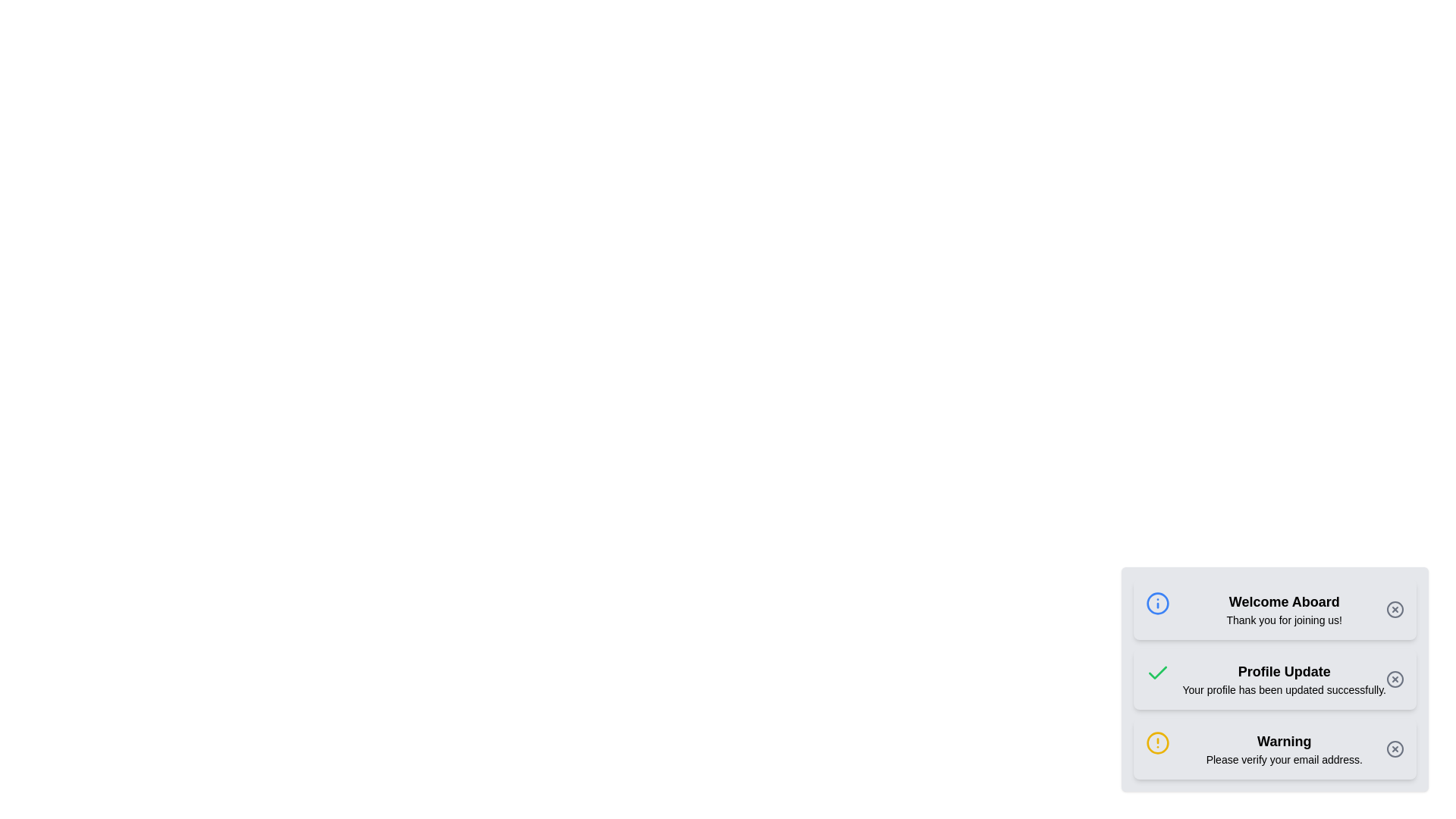  Describe the element at coordinates (1395, 608) in the screenshot. I see `the dismiss button located in the top-right corner of the notification card that contains the message 'Welcome Aboard' and 'Thank you for joining us!' for accessibility purposes` at that location.